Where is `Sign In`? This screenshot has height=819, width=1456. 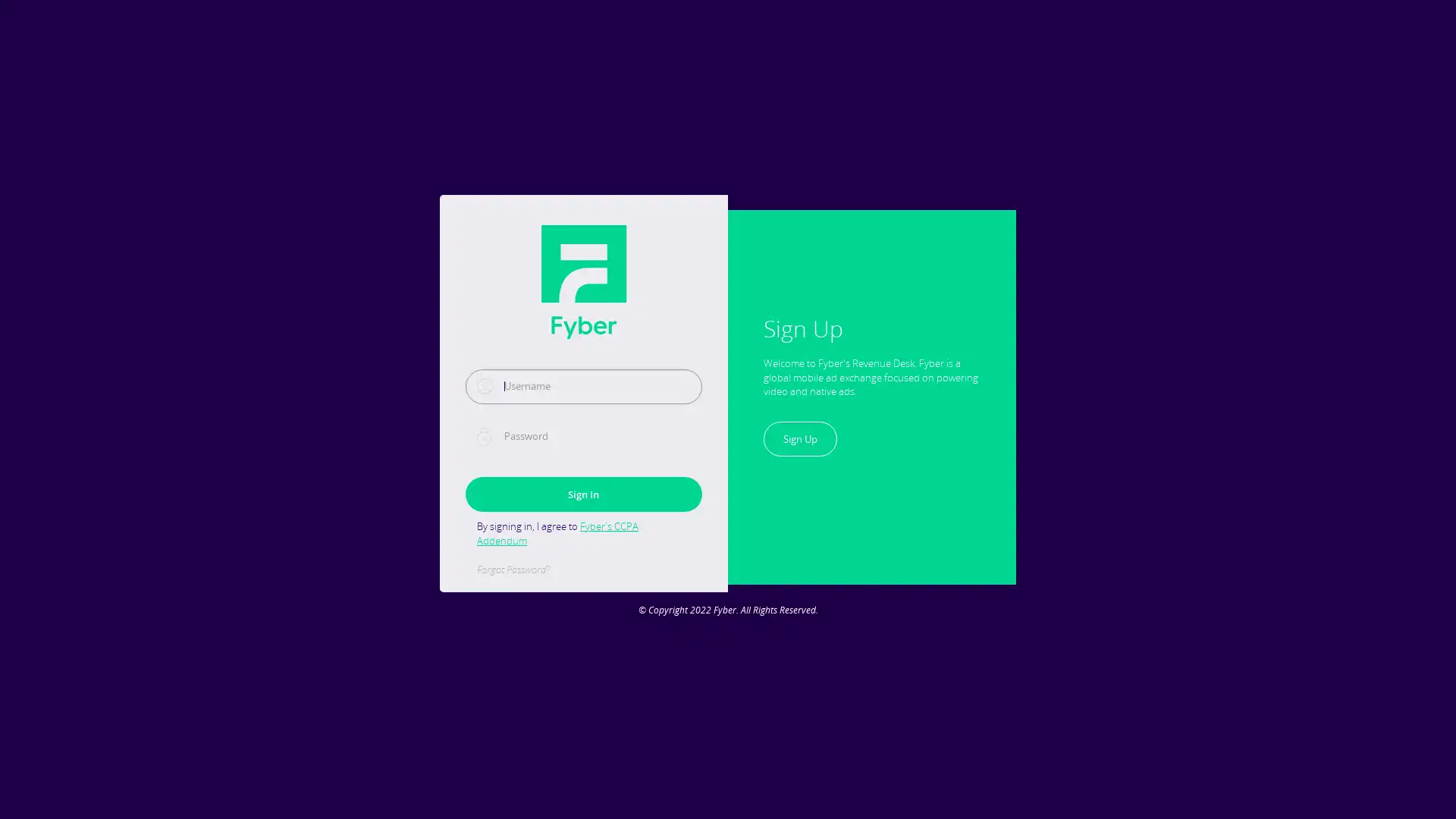
Sign In is located at coordinates (582, 494).